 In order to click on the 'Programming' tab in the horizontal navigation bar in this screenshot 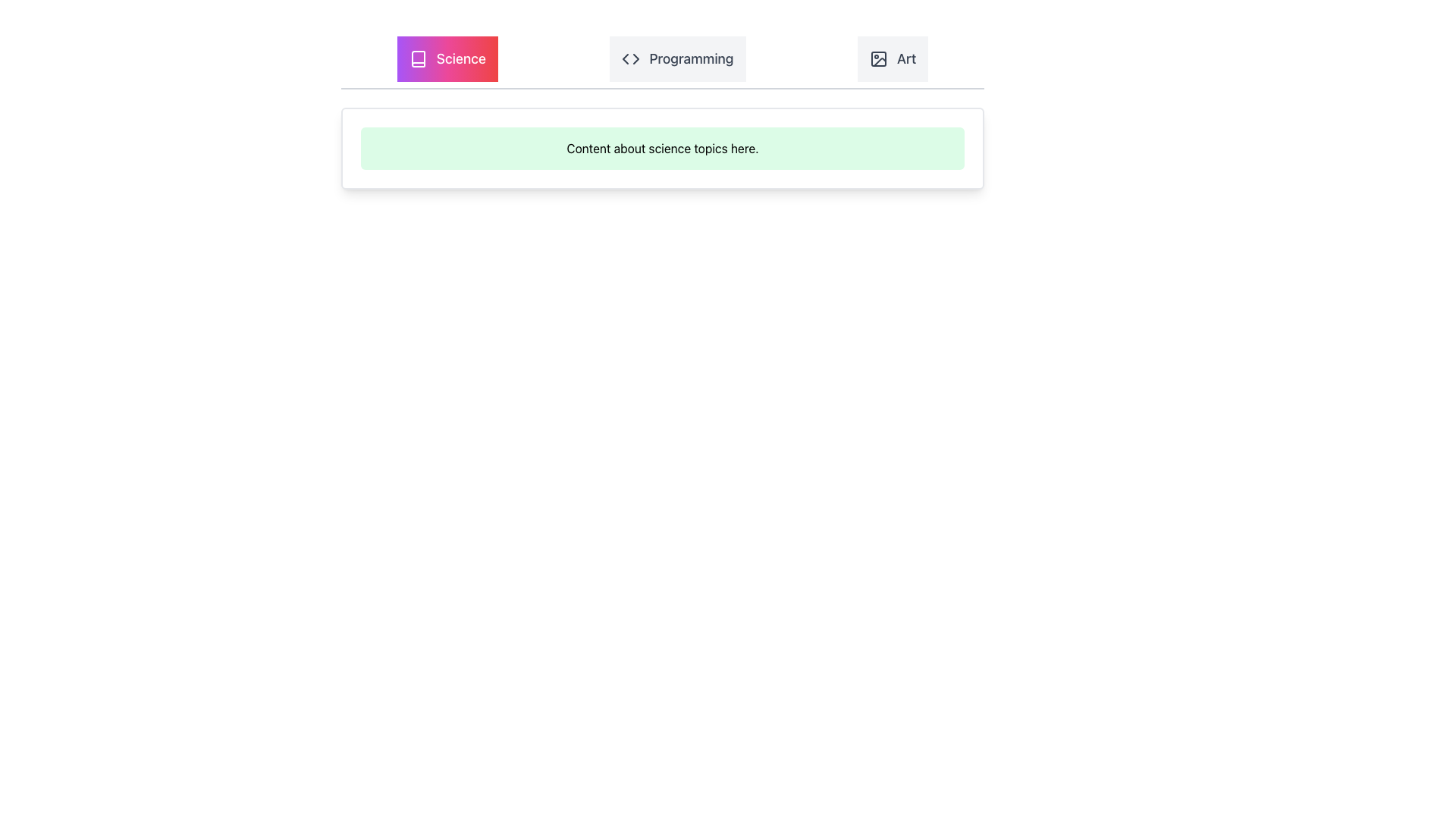, I will do `click(676, 58)`.